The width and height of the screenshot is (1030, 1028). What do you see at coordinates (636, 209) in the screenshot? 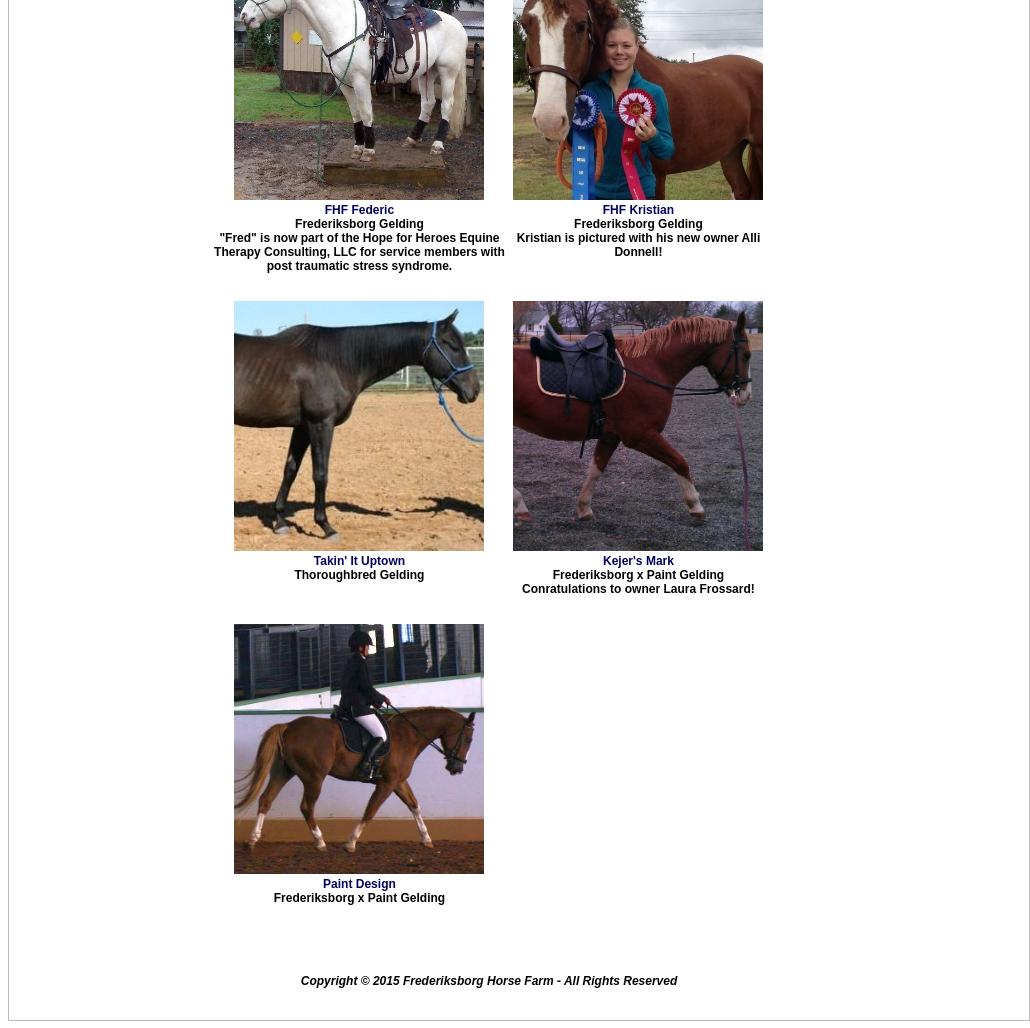
I see `'FHF Kristian'` at bounding box center [636, 209].